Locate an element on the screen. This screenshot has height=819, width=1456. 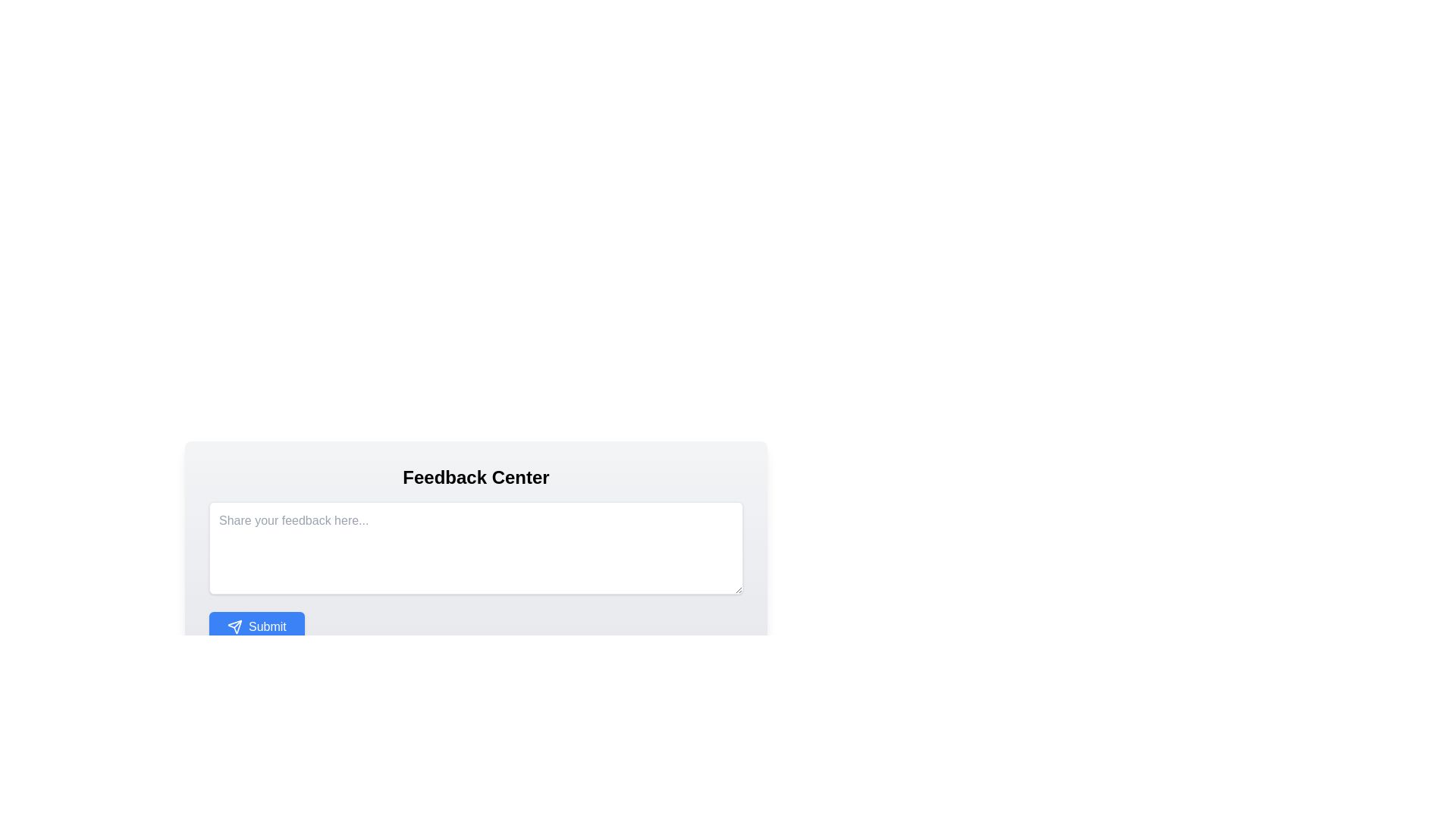
upper-left segment of the monochrome outline paper airplane icon, which is part of the 'Submit' button in the 'Feedback Center' section for development or debugging purposes is located at coordinates (234, 626).